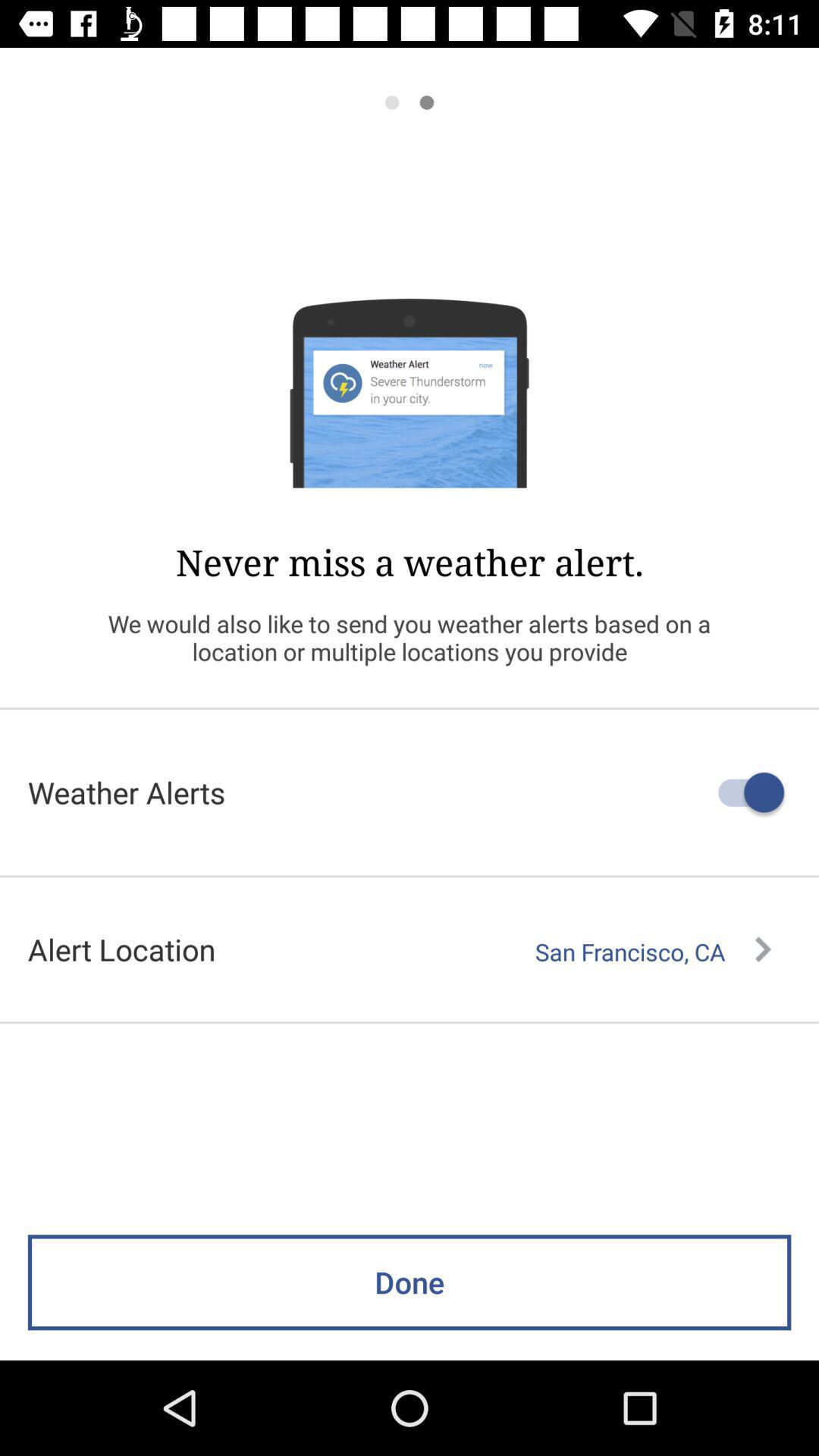 The width and height of the screenshot is (819, 1456). What do you see at coordinates (409, 1282) in the screenshot?
I see `done item` at bounding box center [409, 1282].